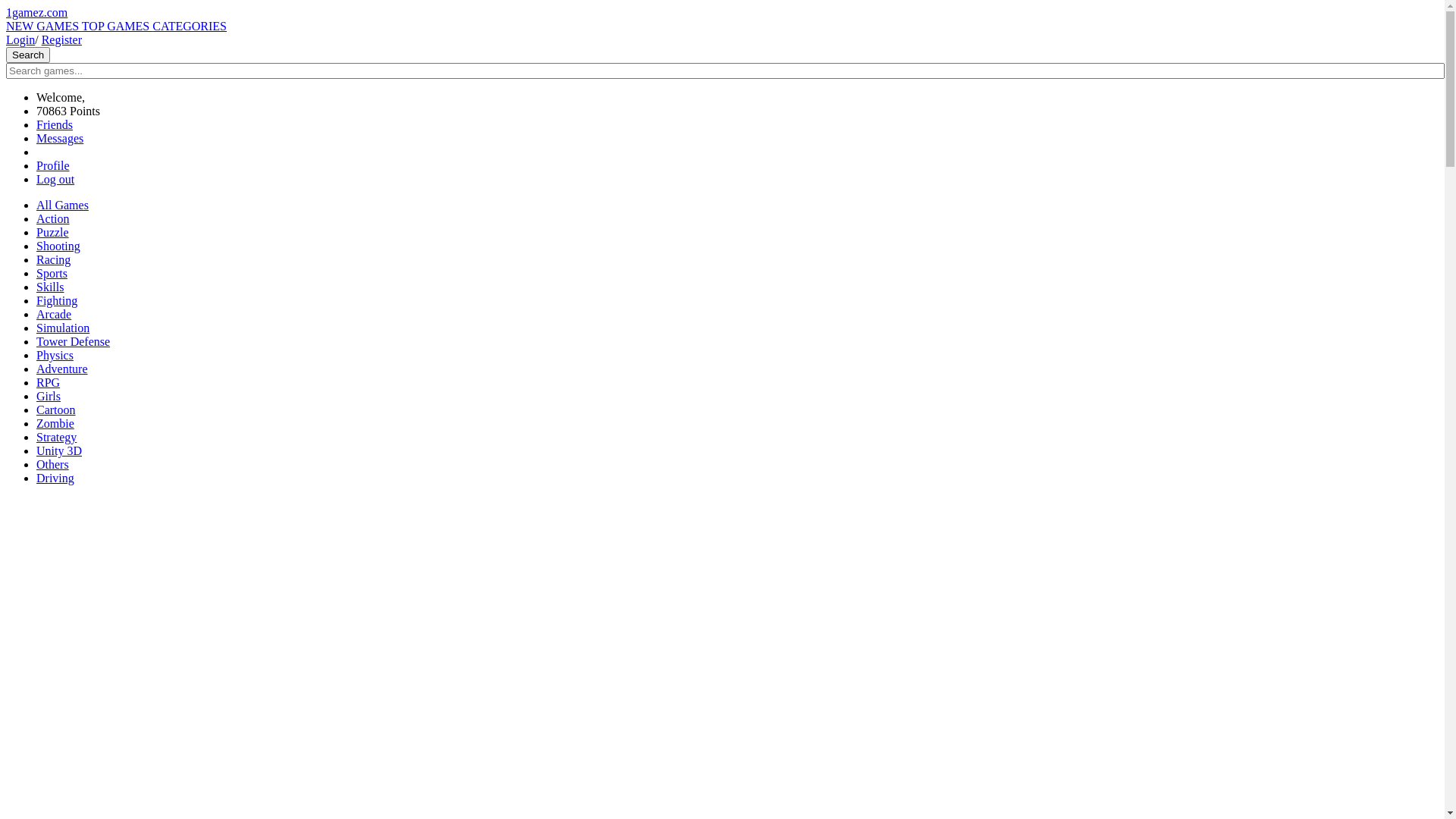 This screenshot has width=1456, height=819. Describe the element at coordinates (52, 232) in the screenshot. I see `'Puzzle'` at that location.